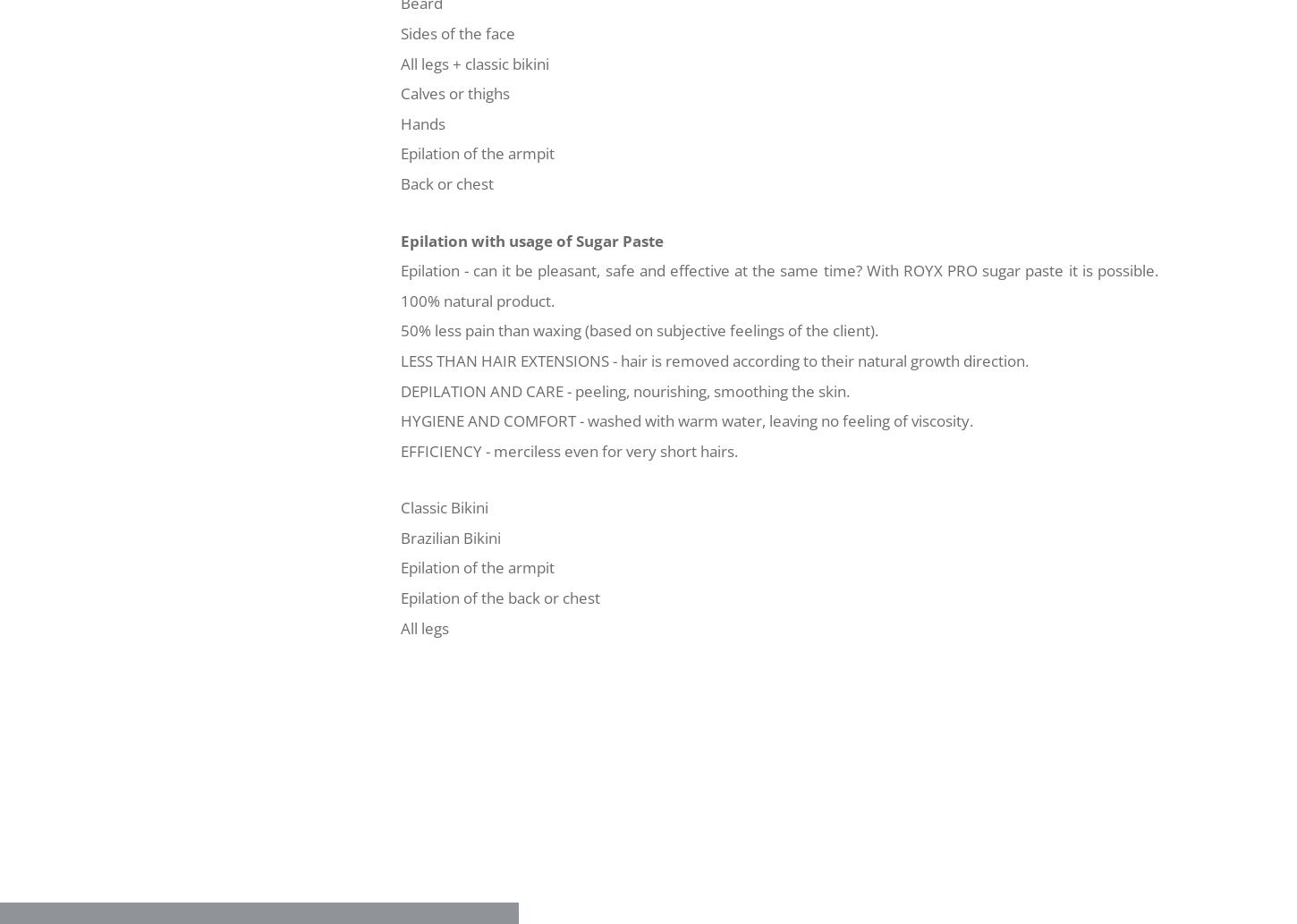  What do you see at coordinates (447, 182) in the screenshot?
I see `'Back or chest'` at bounding box center [447, 182].